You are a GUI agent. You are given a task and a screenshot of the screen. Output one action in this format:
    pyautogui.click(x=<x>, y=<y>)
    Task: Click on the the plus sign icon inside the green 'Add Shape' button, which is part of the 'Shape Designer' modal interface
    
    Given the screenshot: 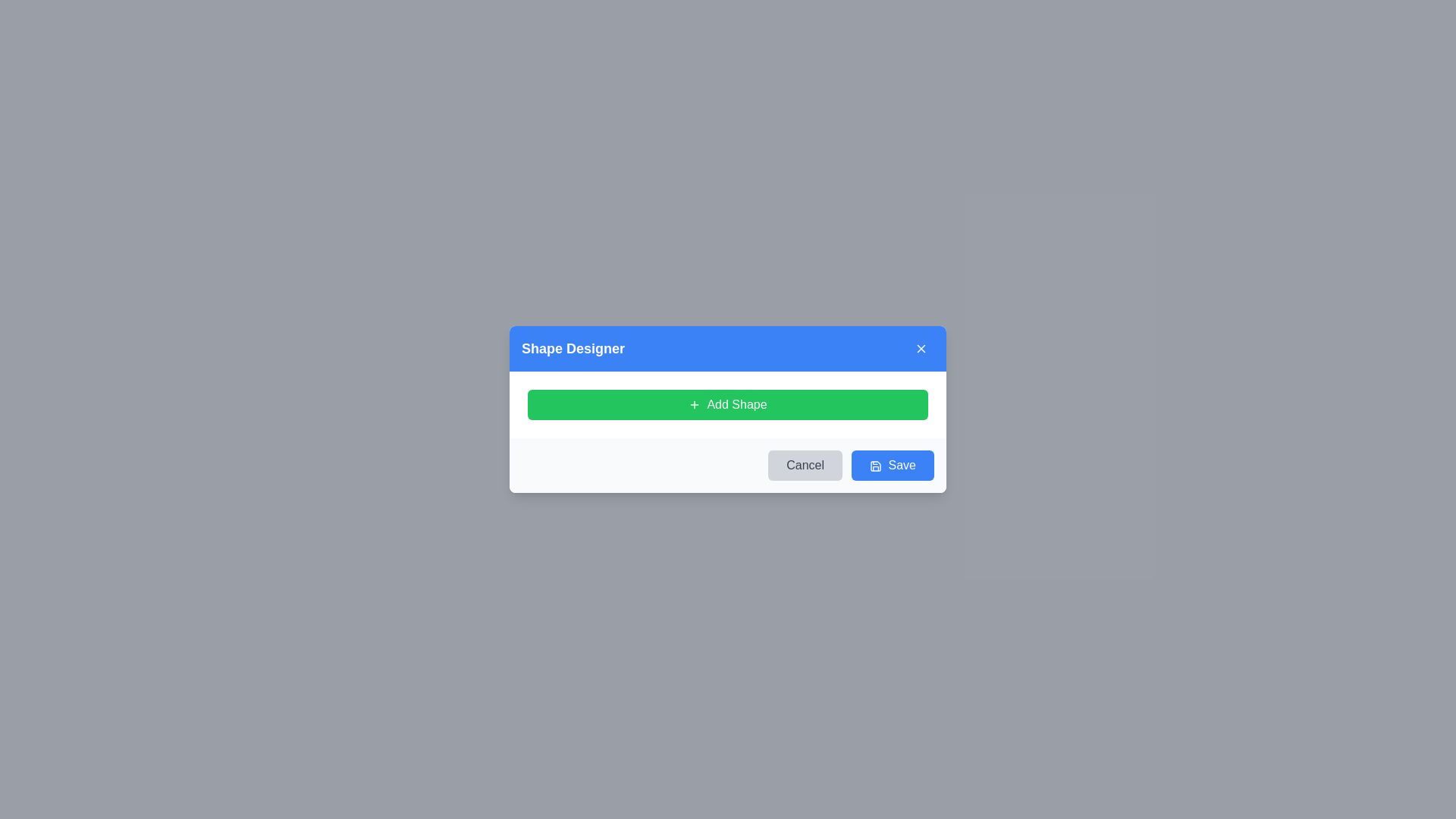 What is the action you would take?
    pyautogui.click(x=694, y=403)
    